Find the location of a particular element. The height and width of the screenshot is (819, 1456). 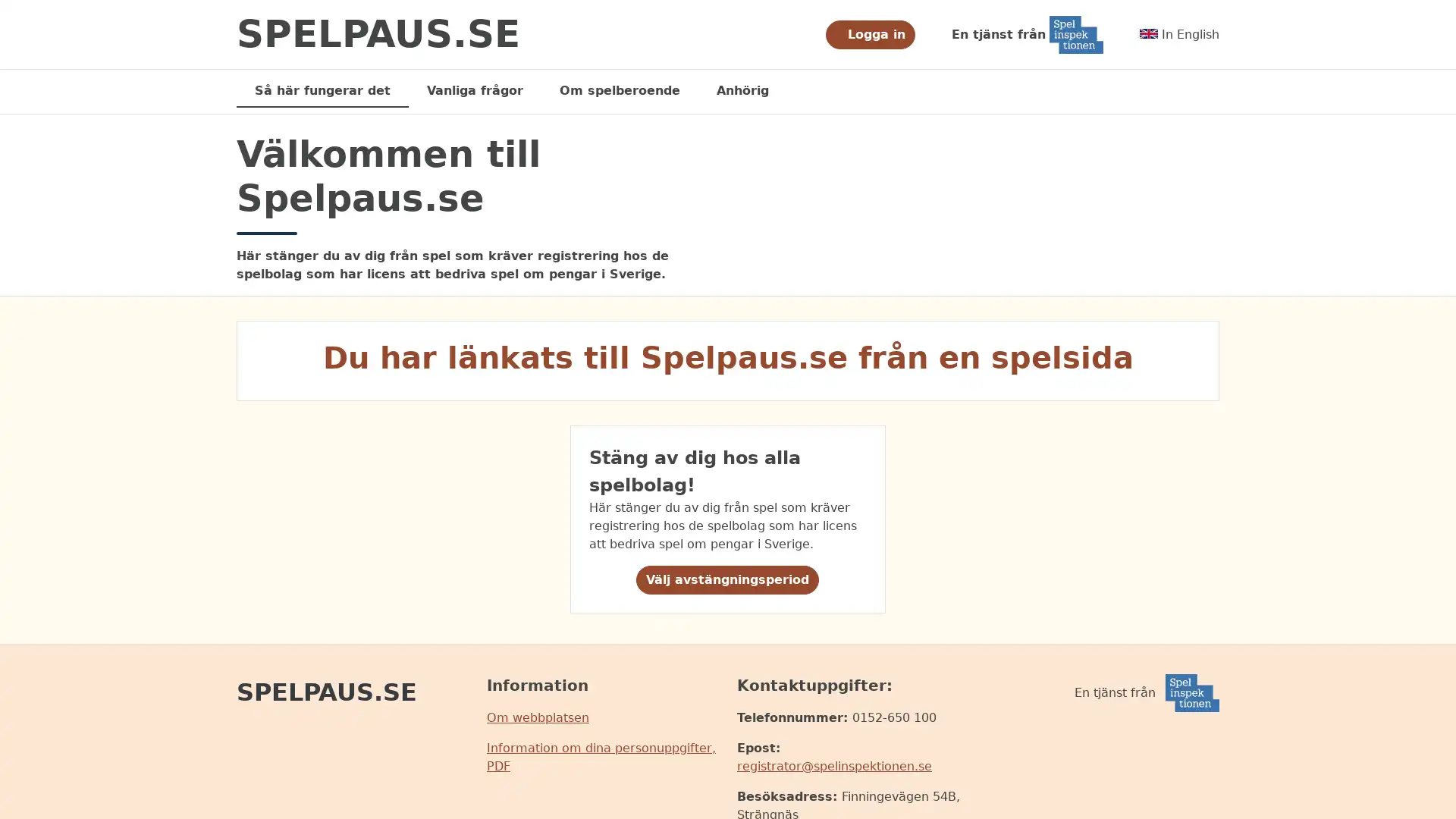

Logga in is located at coordinates (868, 34).